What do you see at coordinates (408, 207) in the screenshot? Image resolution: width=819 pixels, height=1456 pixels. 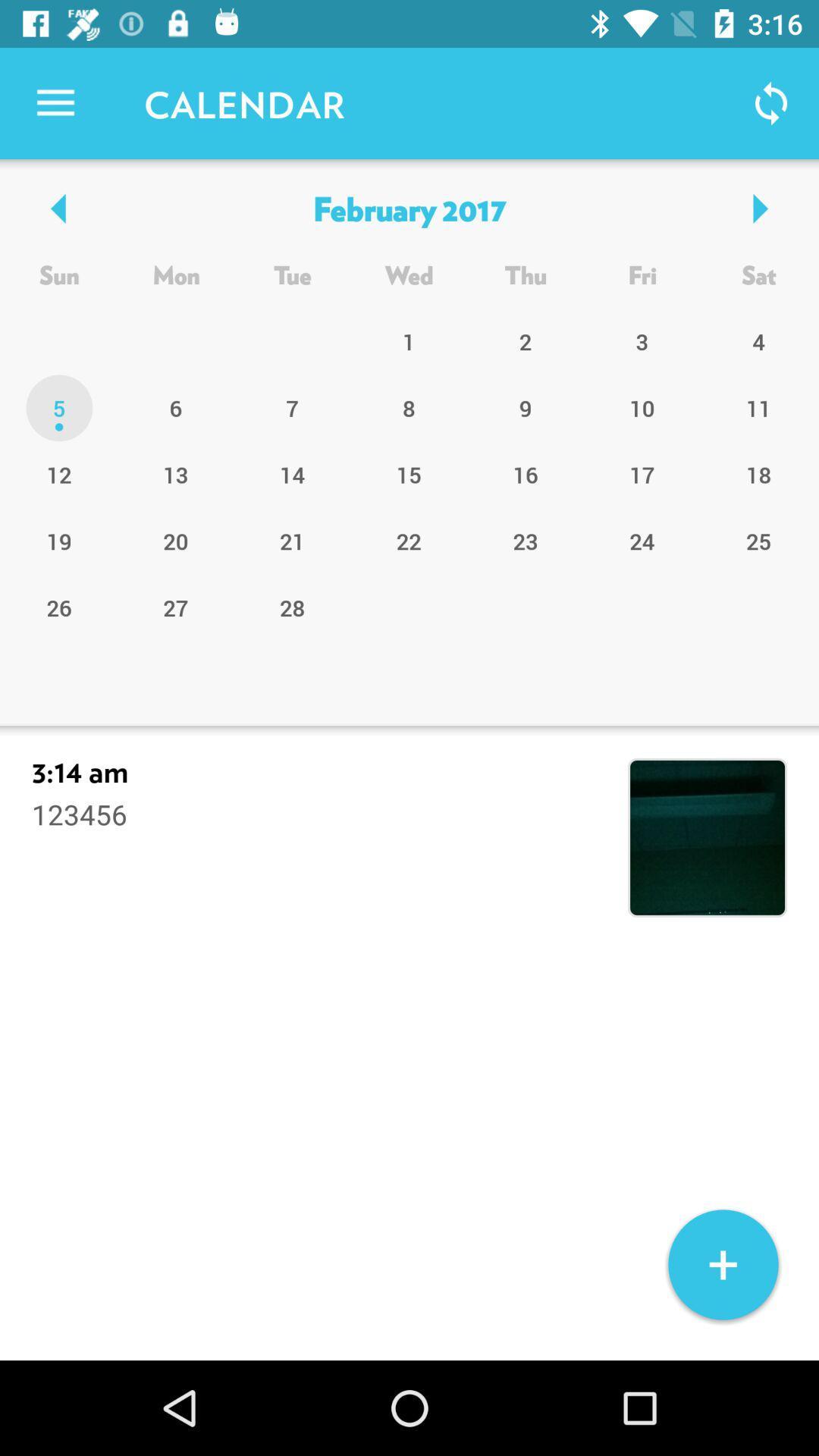 I see `the february 2017 item` at bounding box center [408, 207].